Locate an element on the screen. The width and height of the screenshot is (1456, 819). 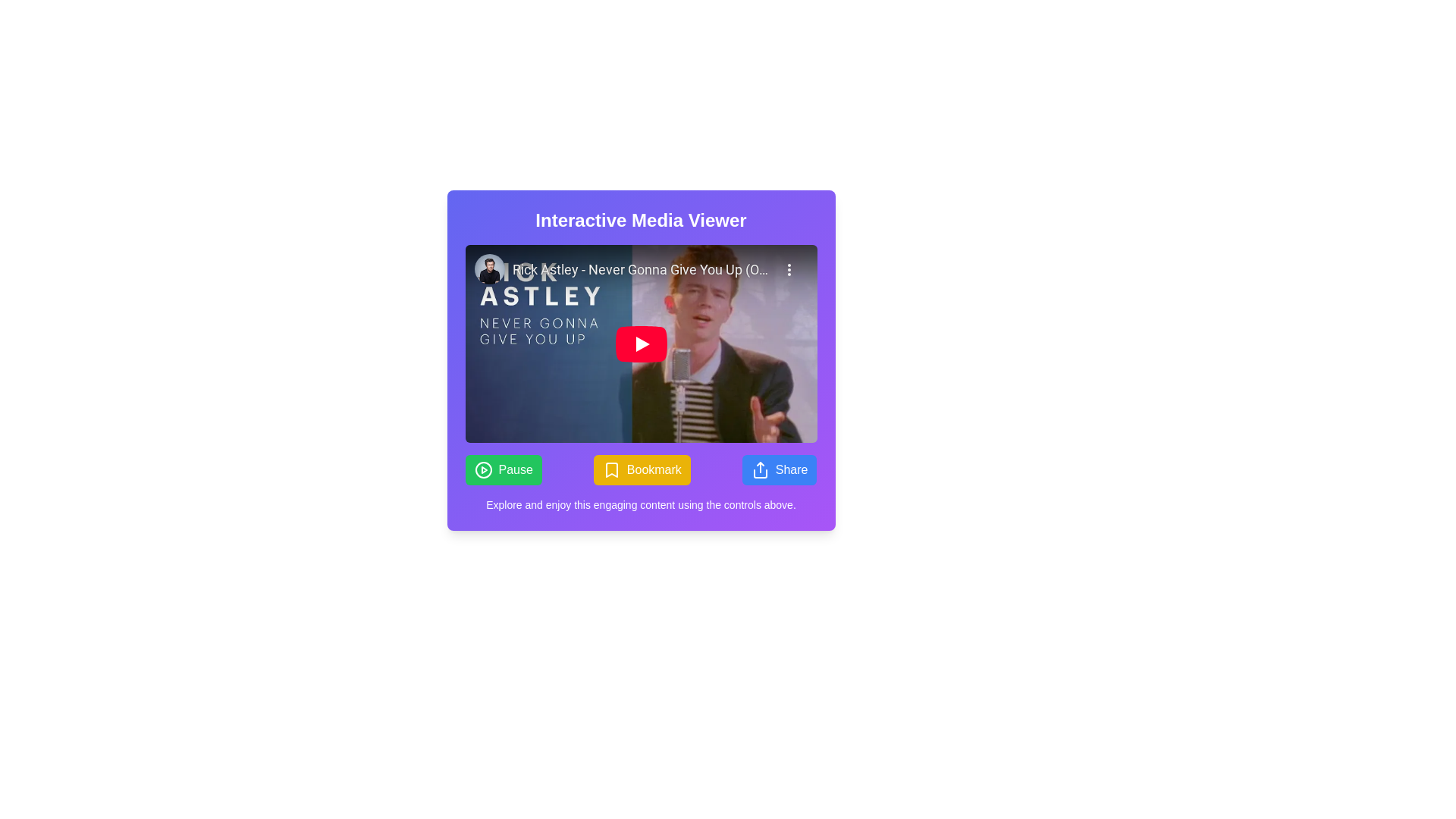
the green 'Pause' button with rounded corners, which has a white text label and a play icon on its left is located at coordinates (504, 469).